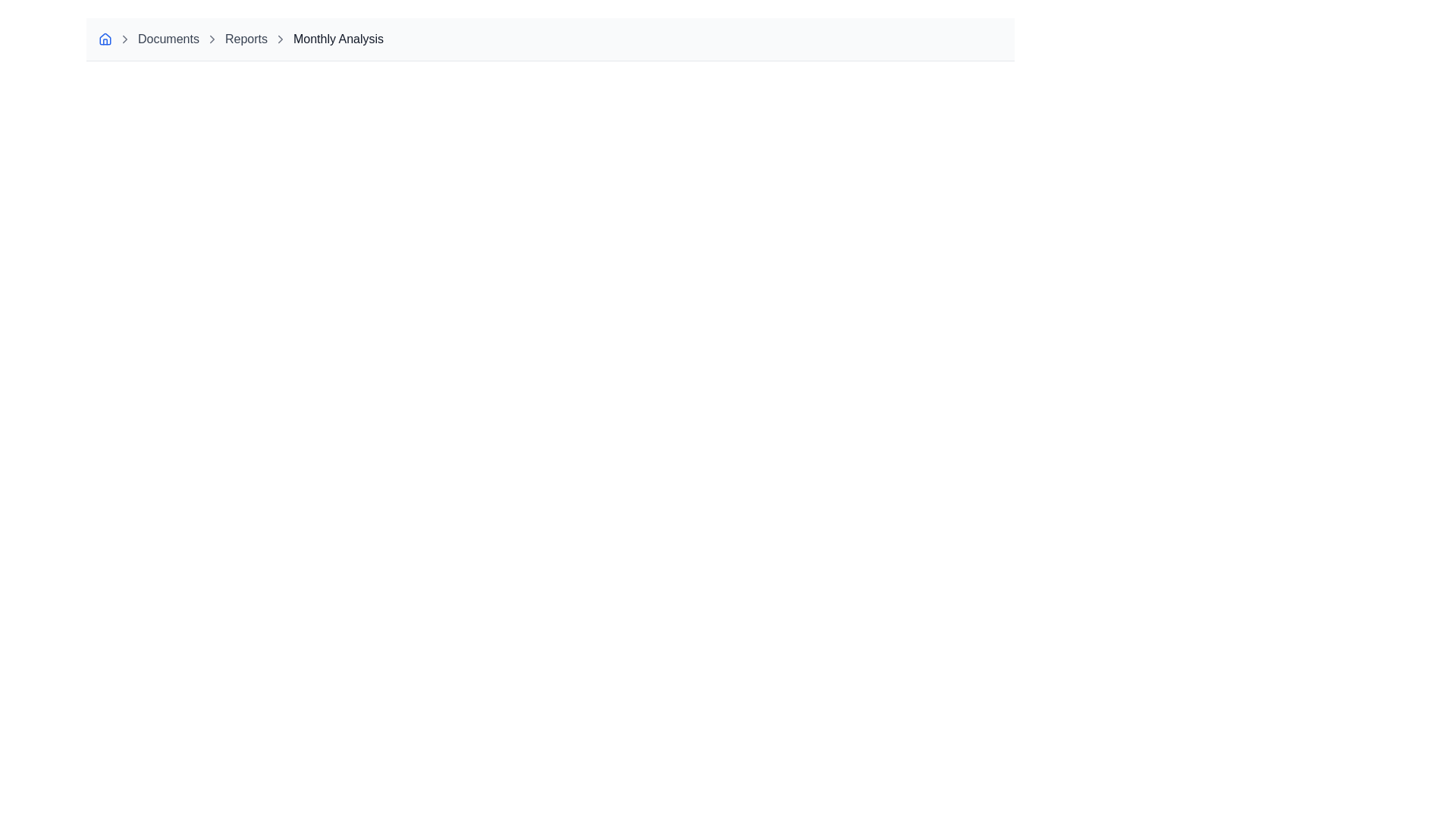 Image resolution: width=1456 pixels, height=819 pixels. I want to click on the blue house icon button at the beginning of the breadcrumb navigation bar, so click(105, 38).